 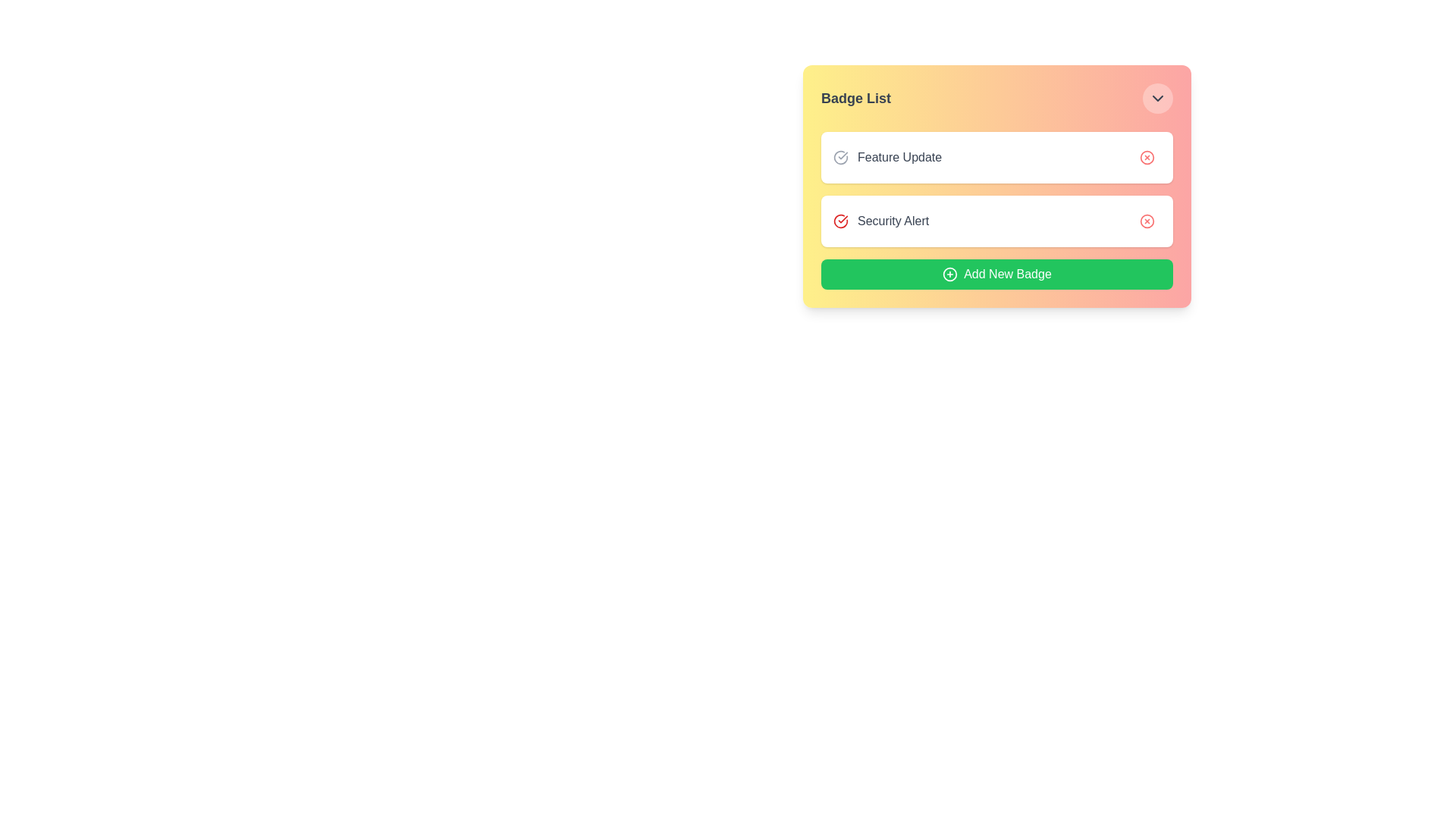 What do you see at coordinates (1156, 99) in the screenshot?
I see `the downward-pointing gray chevron icon within the circular button located at the top-right corner of the badge list card` at bounding box center [1156, 99].